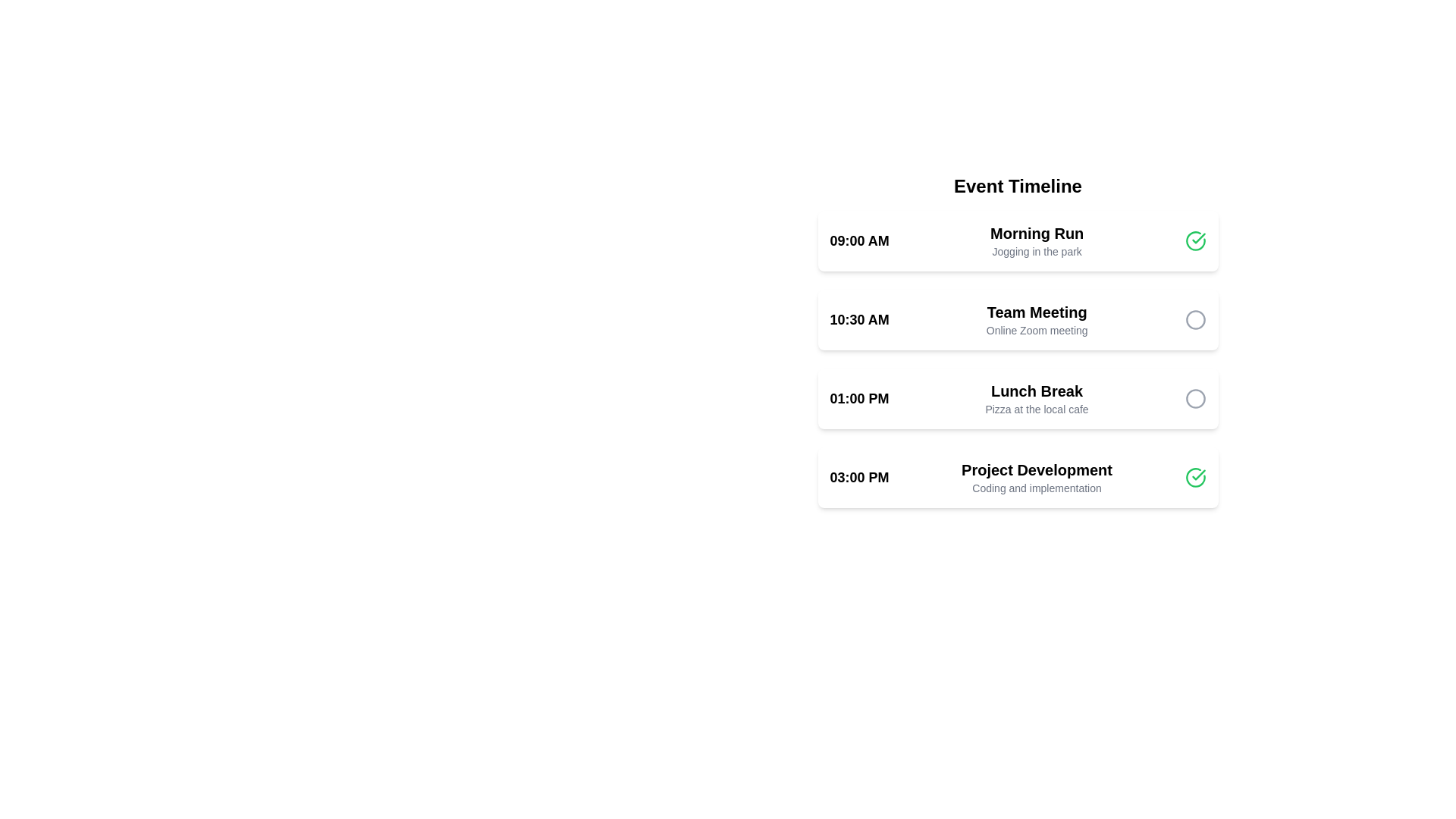 This screenshot has width=1456, height=819. What do you see at coordinates (1194, 397) in the screenshot?
I see `the circular icon with a thin gray outline located to the far right of the 'Lunch Break' text information` at bounding box center [1194, 397].